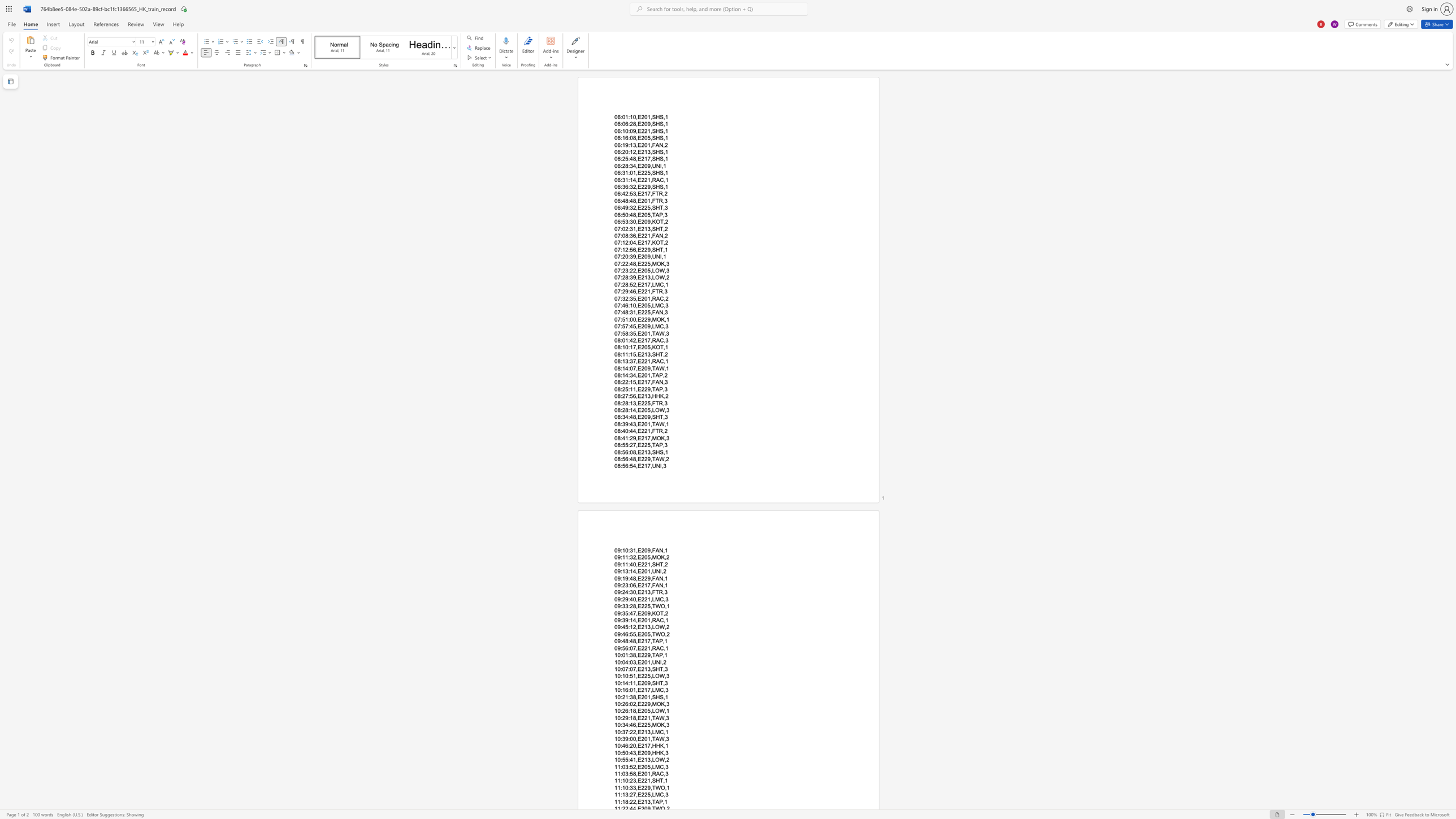  I want to click on the space between the continuous character "9" and "," in the text, so click(649, 327).